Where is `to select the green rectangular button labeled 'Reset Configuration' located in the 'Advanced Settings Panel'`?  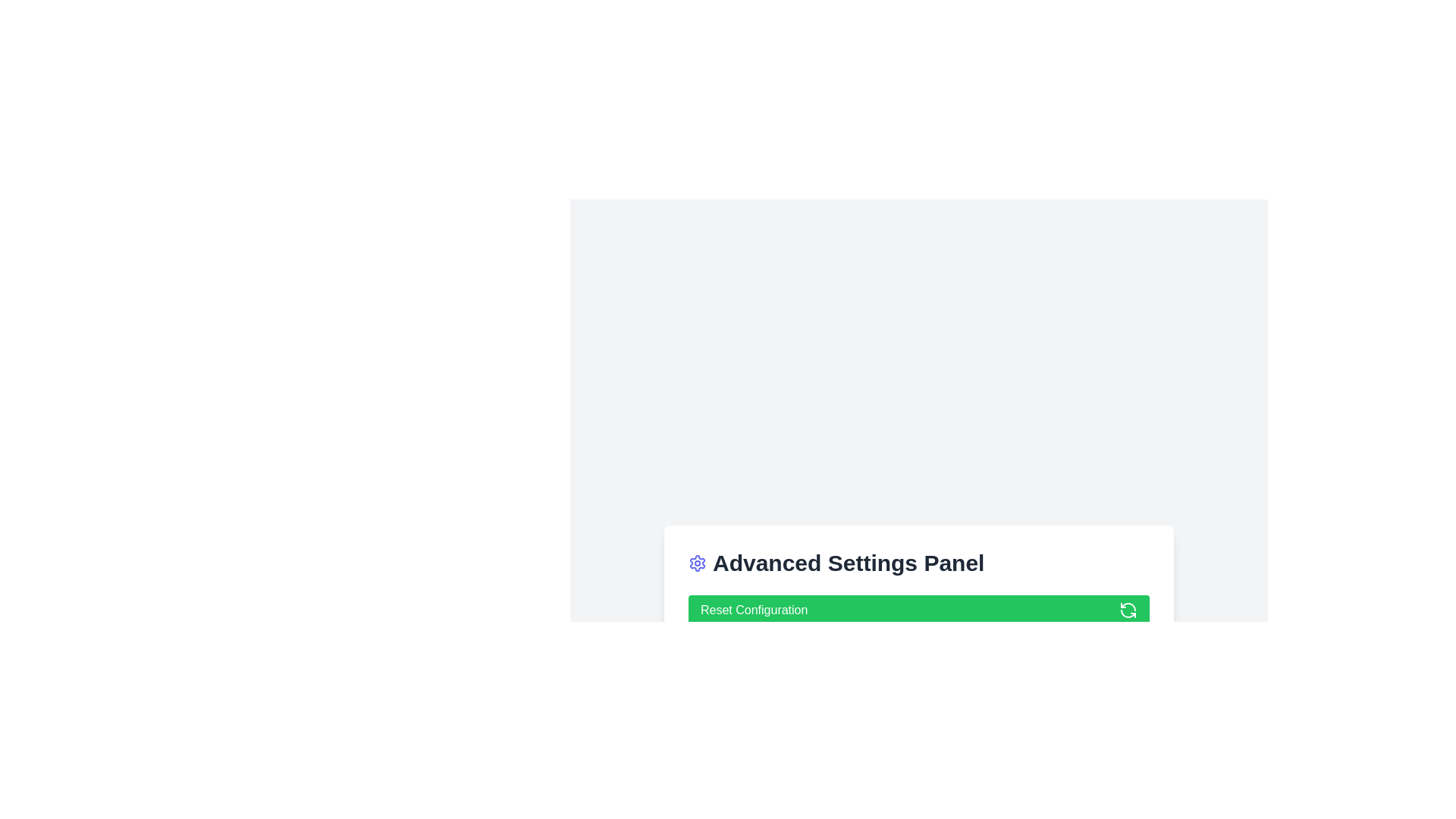 to select the green rectangular button labeled 'Reset Configuration' located in the 'Advanced Settings Panel' is located at coordinates (918, 632).